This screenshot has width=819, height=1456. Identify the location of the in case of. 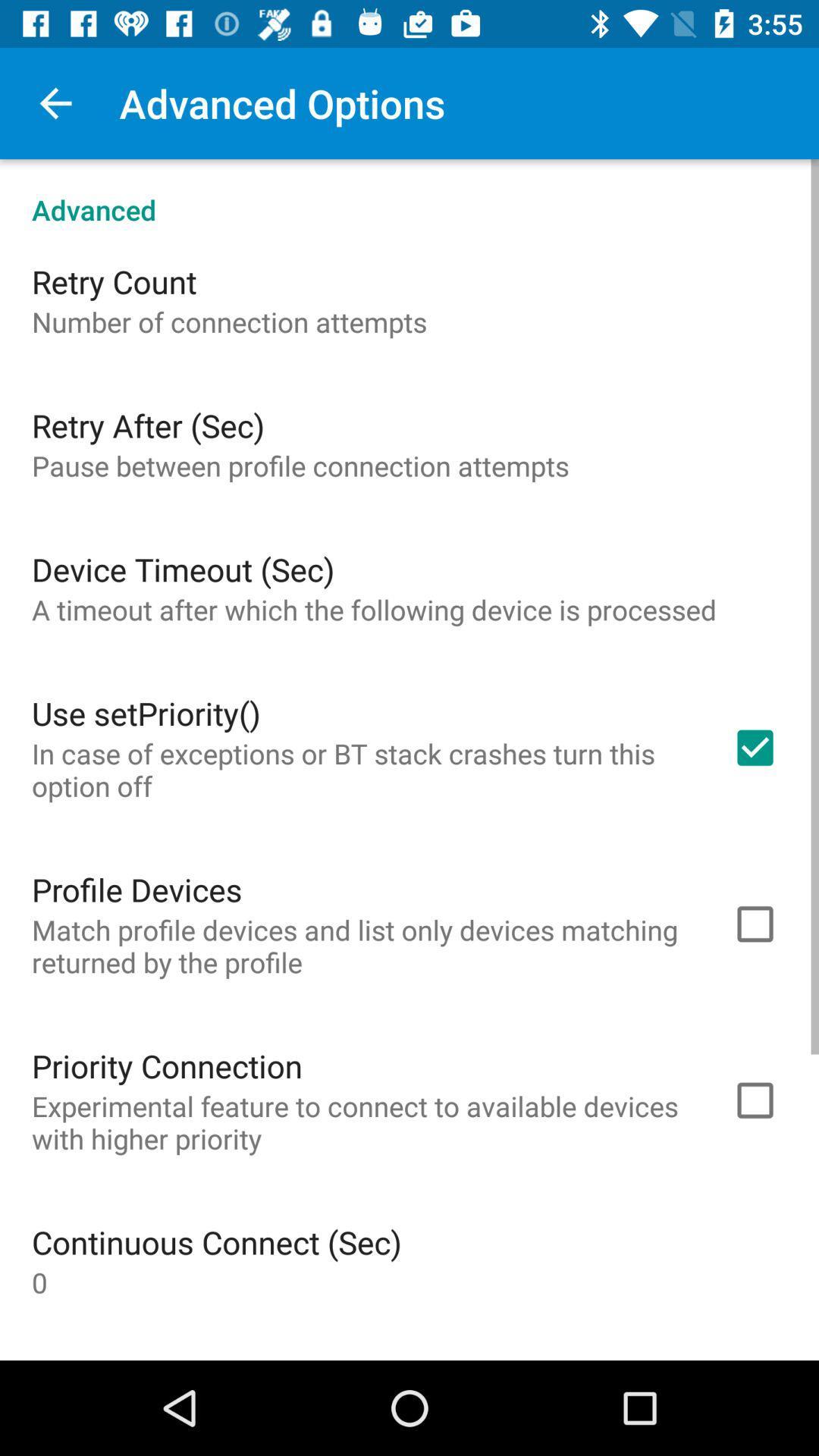
(362, 770).